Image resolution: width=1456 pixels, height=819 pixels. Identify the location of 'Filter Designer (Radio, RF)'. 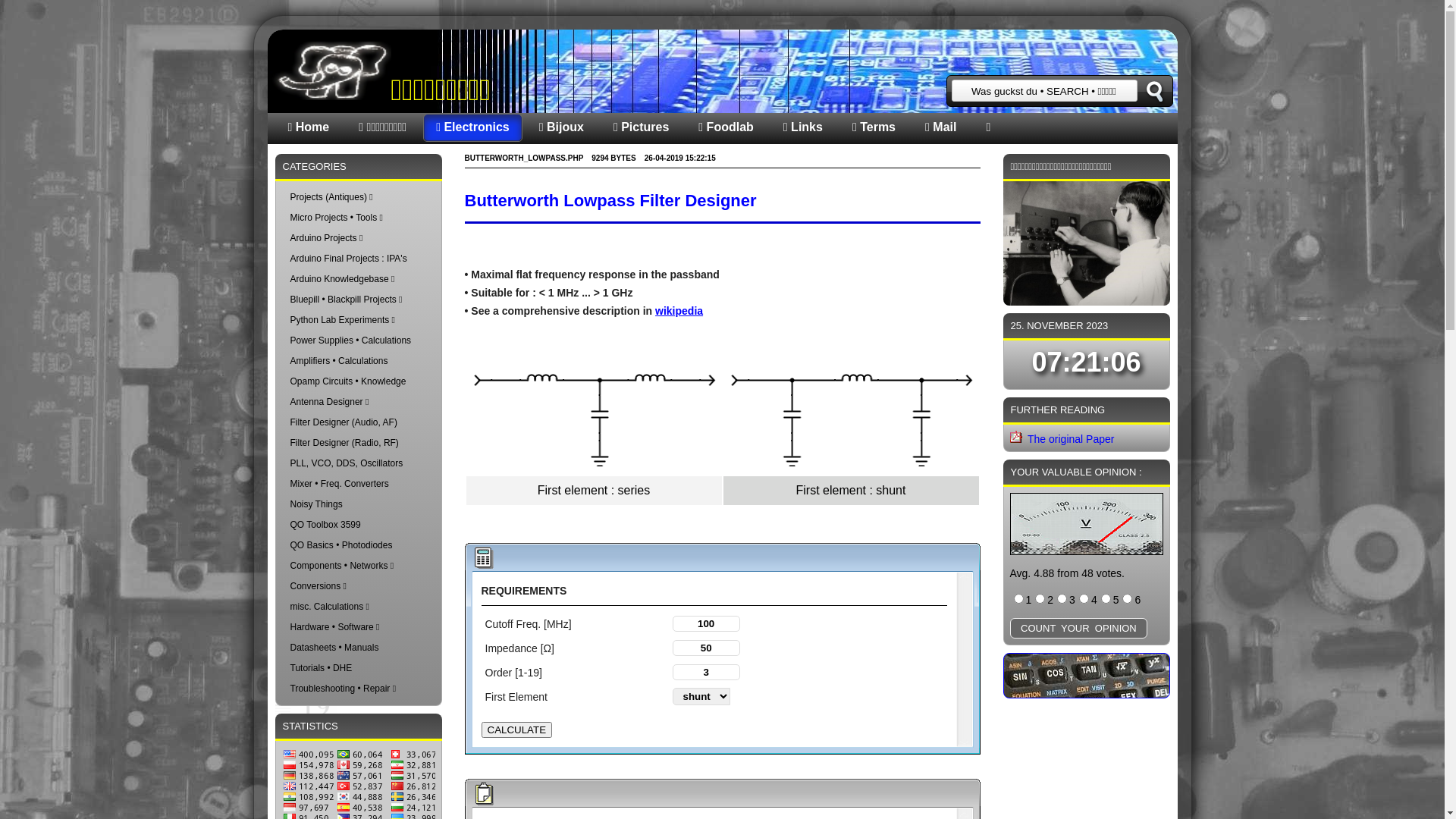
(343, 442).